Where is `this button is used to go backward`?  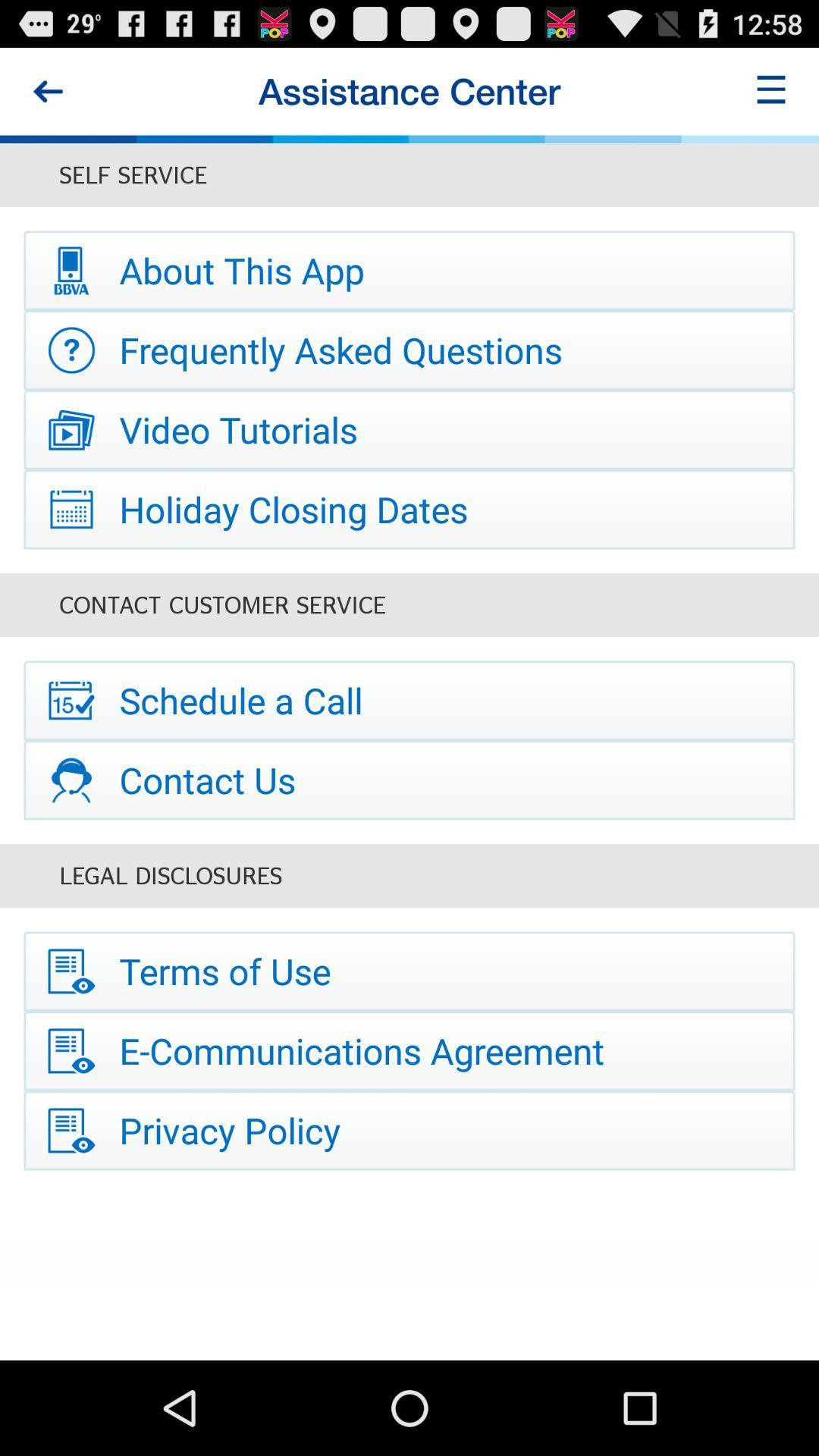
this button is used to go backward is located at coordinates (46, 90).